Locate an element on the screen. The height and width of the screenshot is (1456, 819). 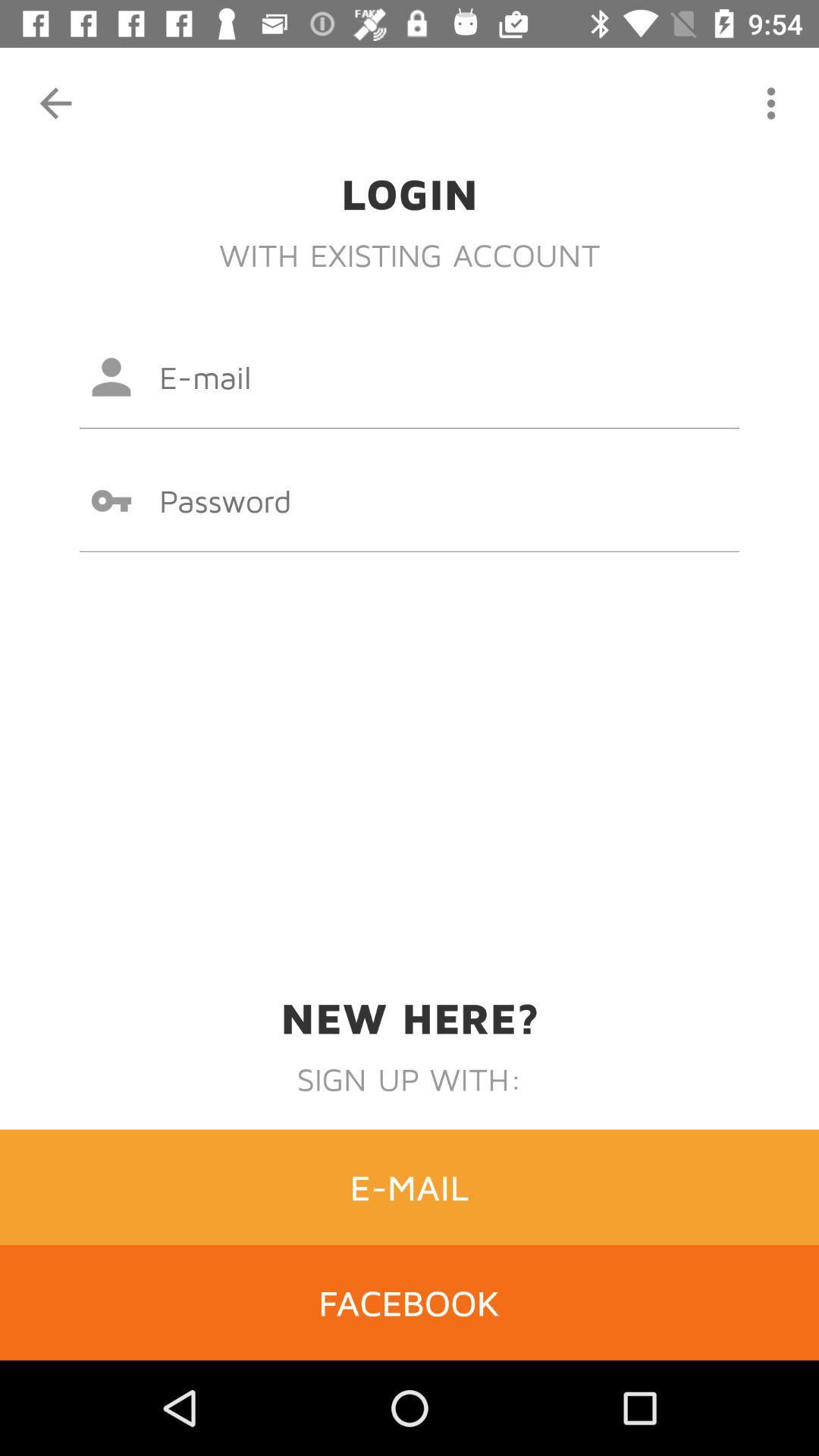
icon at the top left corner is located at coordinates (55, 102).